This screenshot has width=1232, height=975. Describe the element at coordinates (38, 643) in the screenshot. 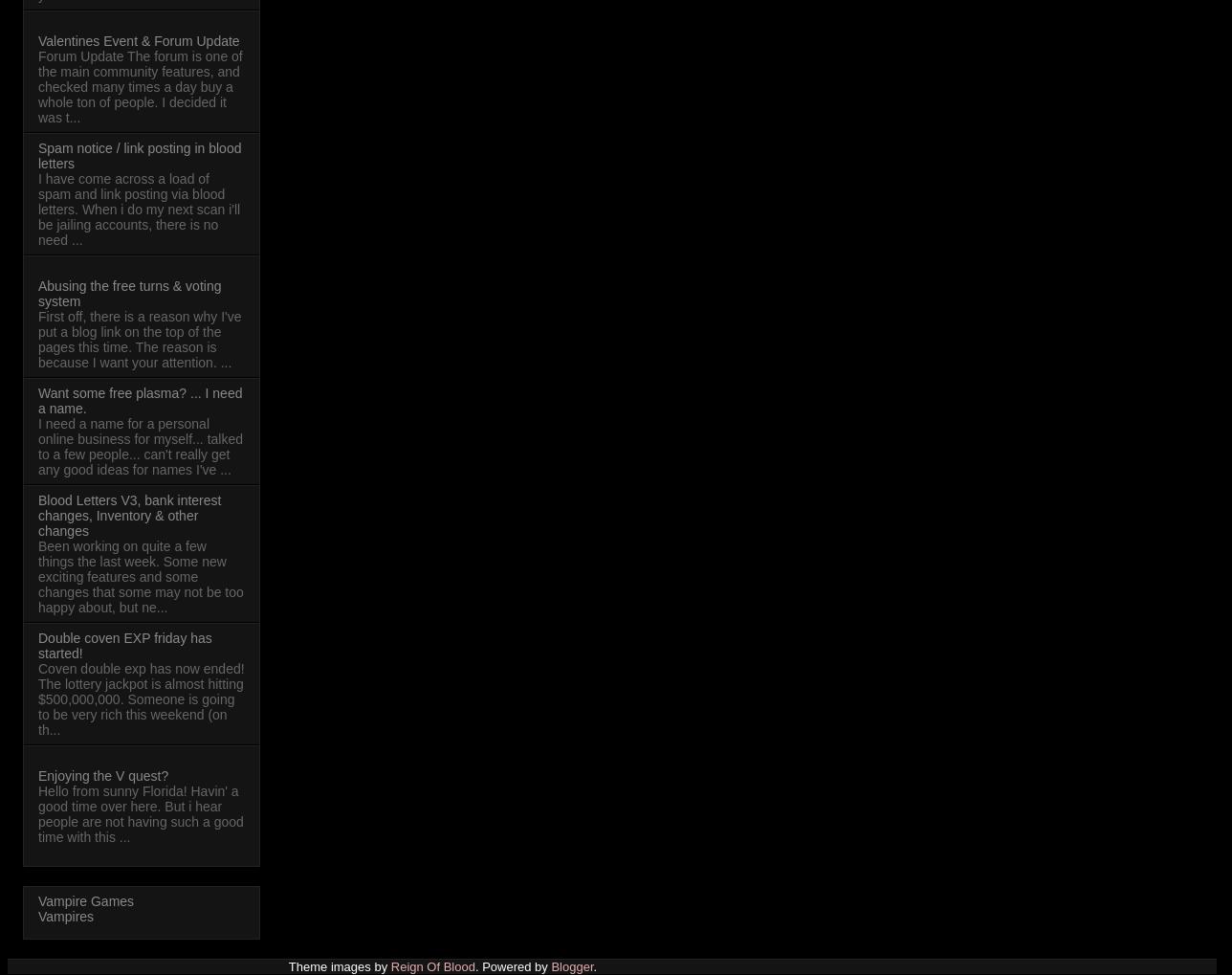

I see `'Double coven EXP friday has started!'` at that location.